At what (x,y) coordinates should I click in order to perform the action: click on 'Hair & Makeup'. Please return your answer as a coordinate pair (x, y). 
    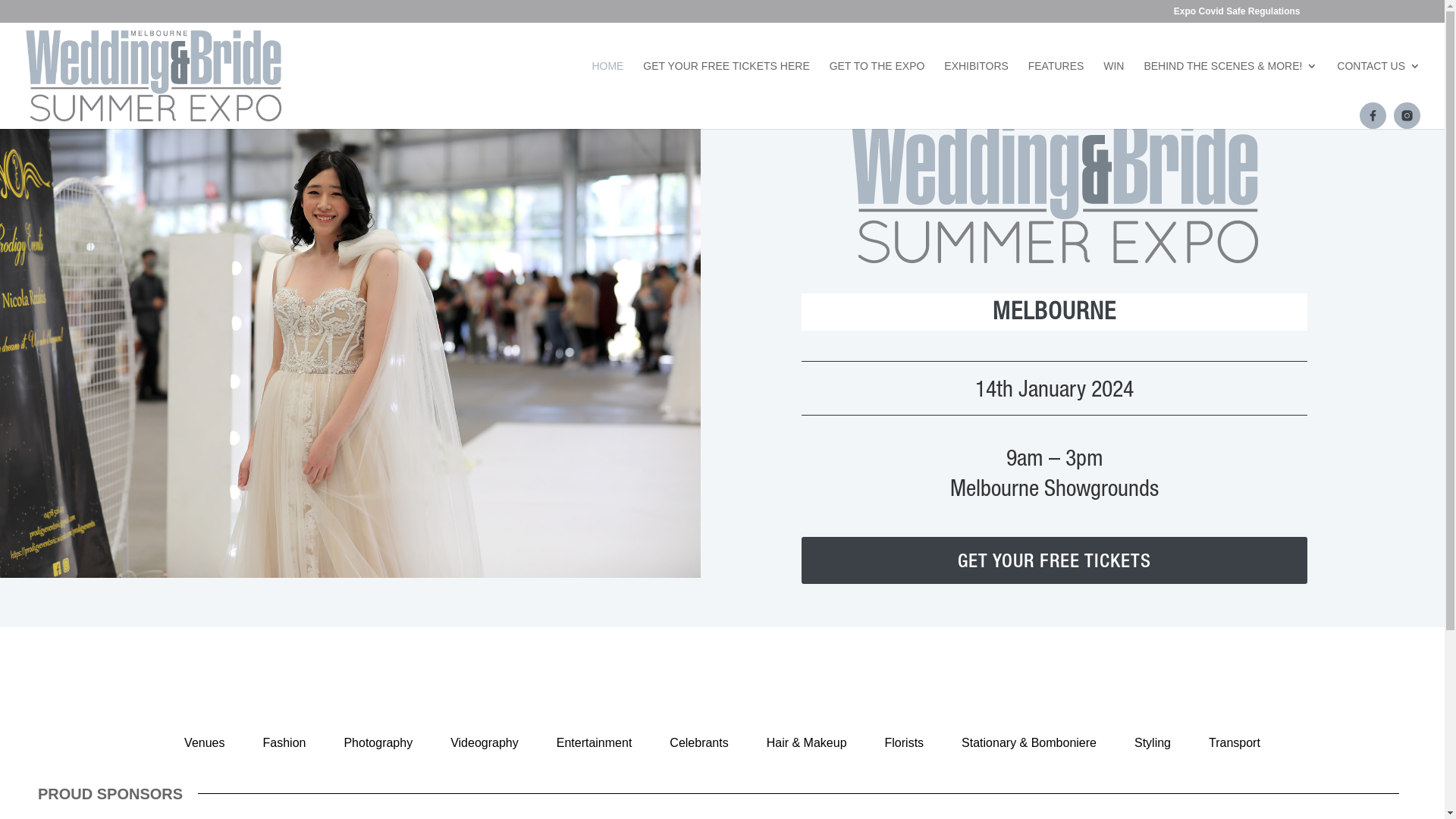
    Looking at the image, I should click on (806, 742).